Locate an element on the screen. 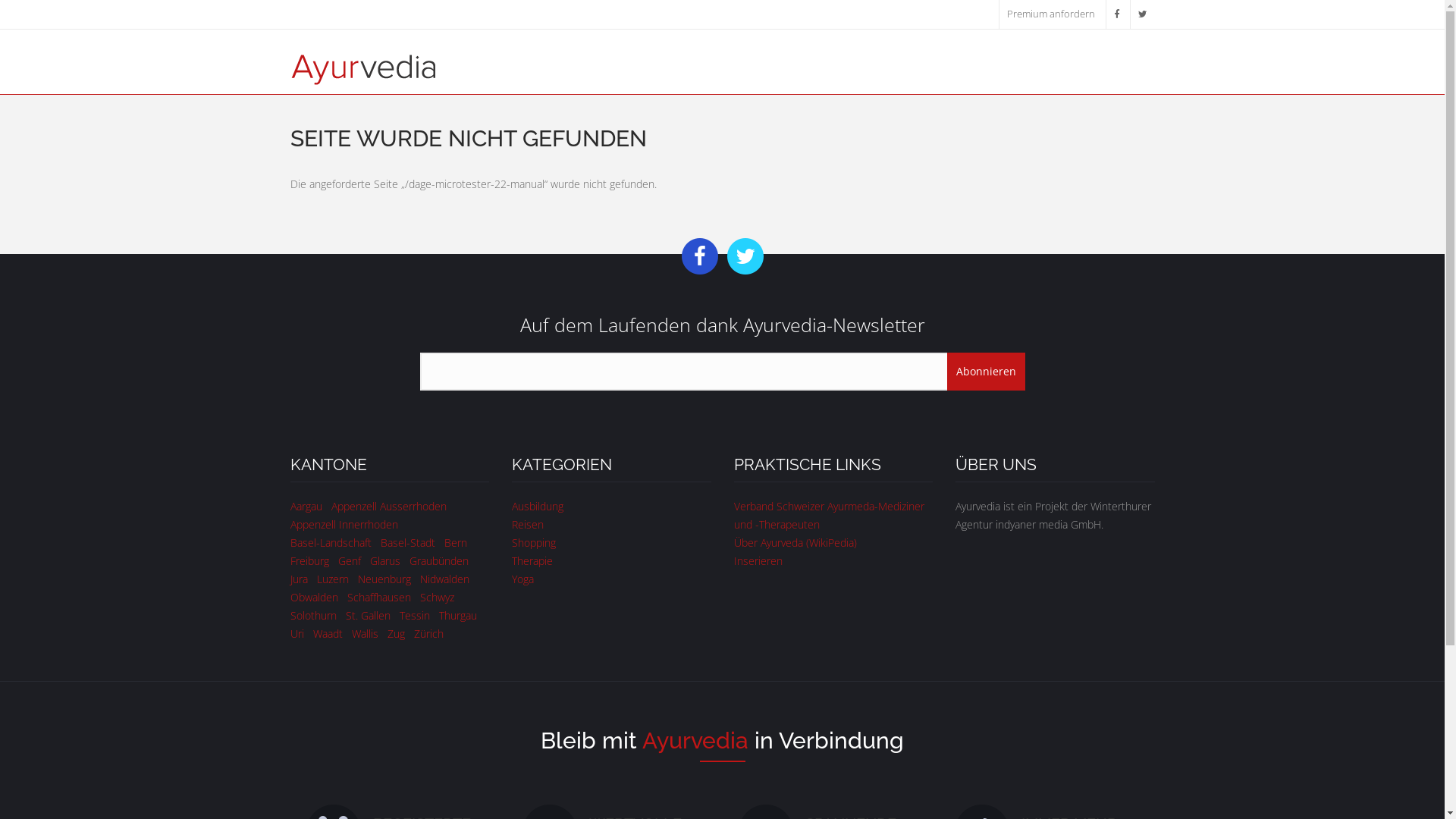 The width and height of the screenshot is (1456, 819). 'Luzern' is located at coordinates (315, 579).